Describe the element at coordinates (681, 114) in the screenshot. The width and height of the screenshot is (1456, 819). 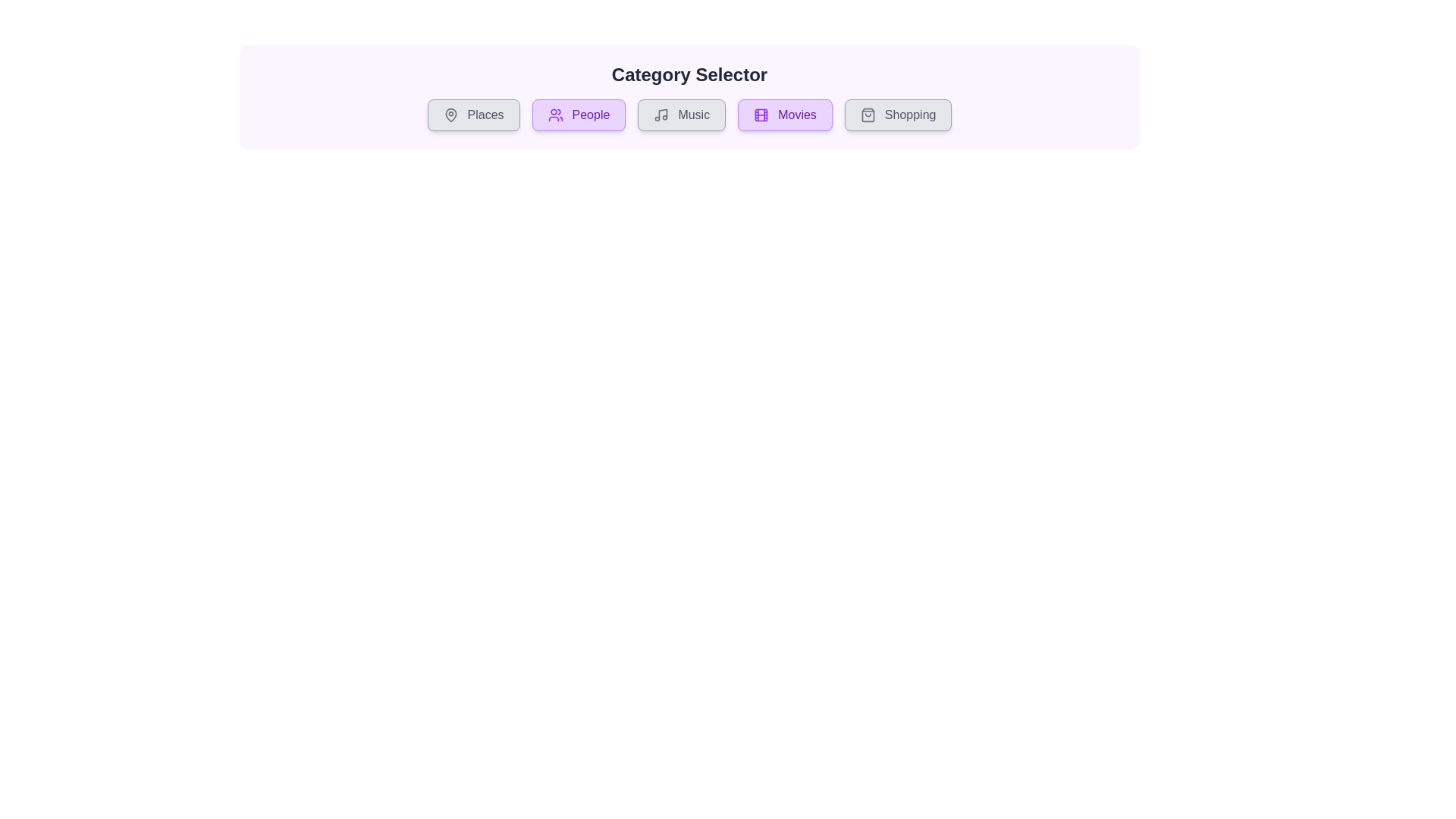
I see `the category button labeled Music to toggle its selection state` at that location.